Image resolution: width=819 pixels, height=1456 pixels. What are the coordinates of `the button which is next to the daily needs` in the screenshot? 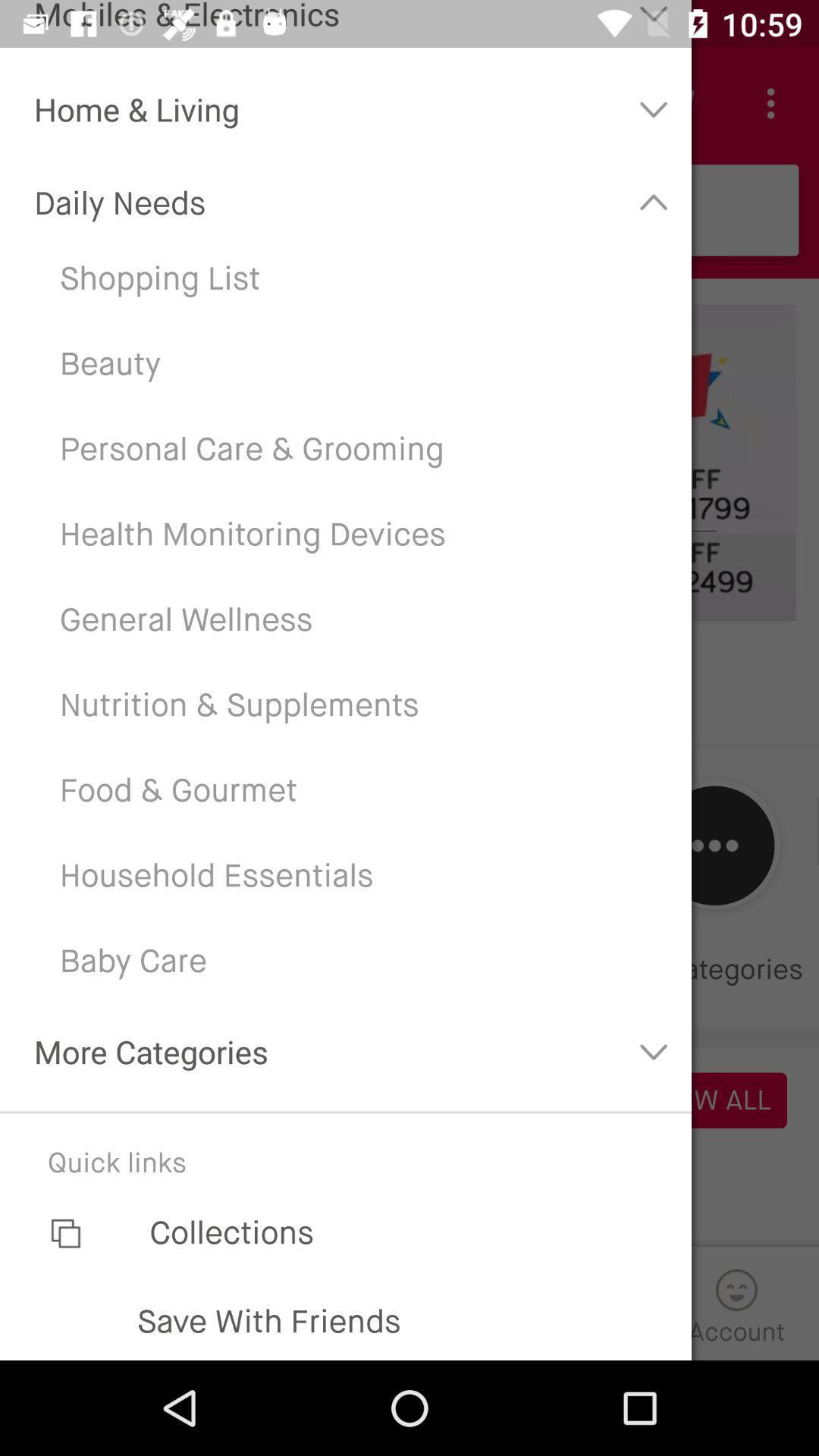 It's located at (653, 202).